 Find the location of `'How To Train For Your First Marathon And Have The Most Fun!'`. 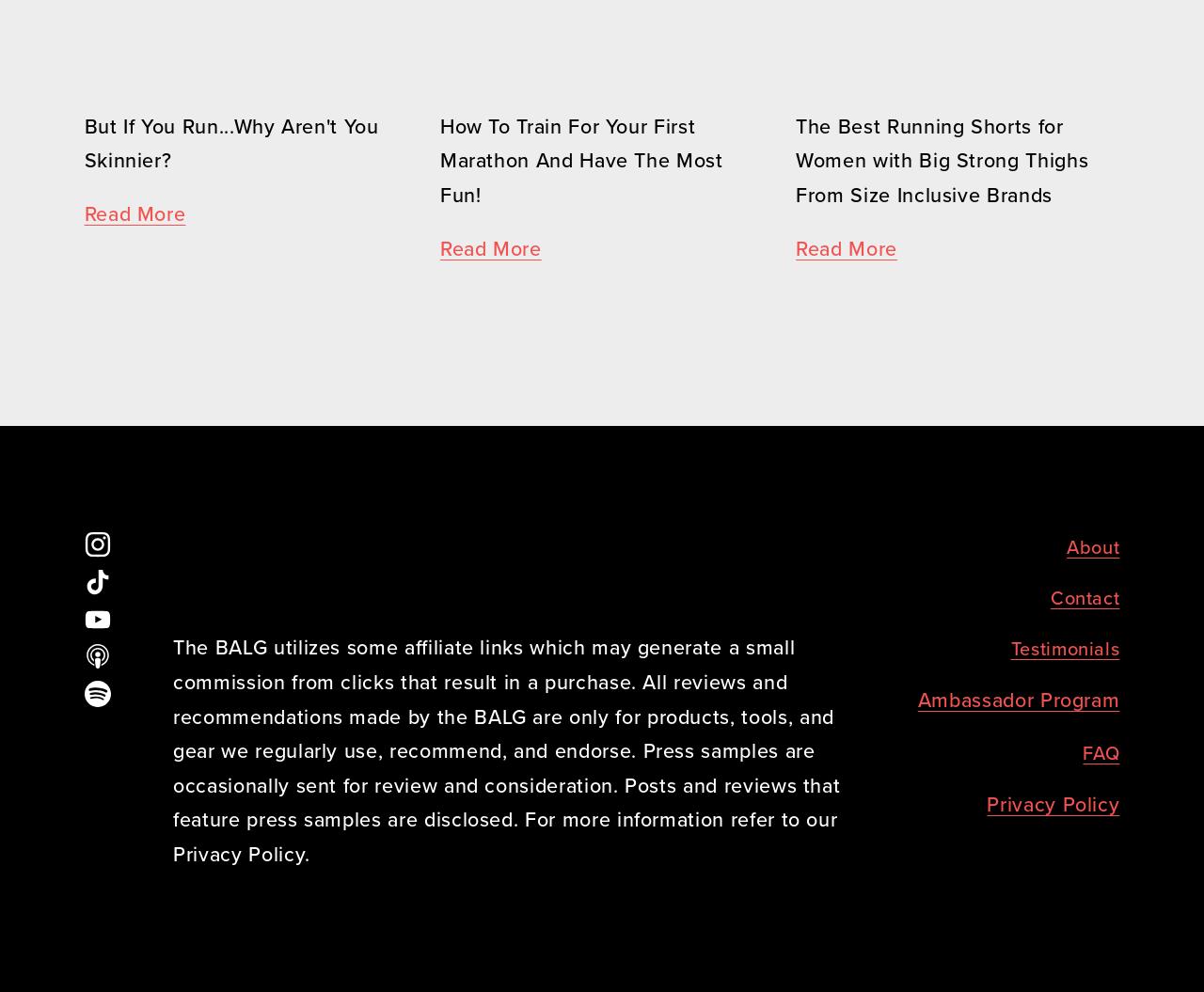

'How To Train For Your First Marathon And Have The Most Fun!' is located at coordinates (583, 160).